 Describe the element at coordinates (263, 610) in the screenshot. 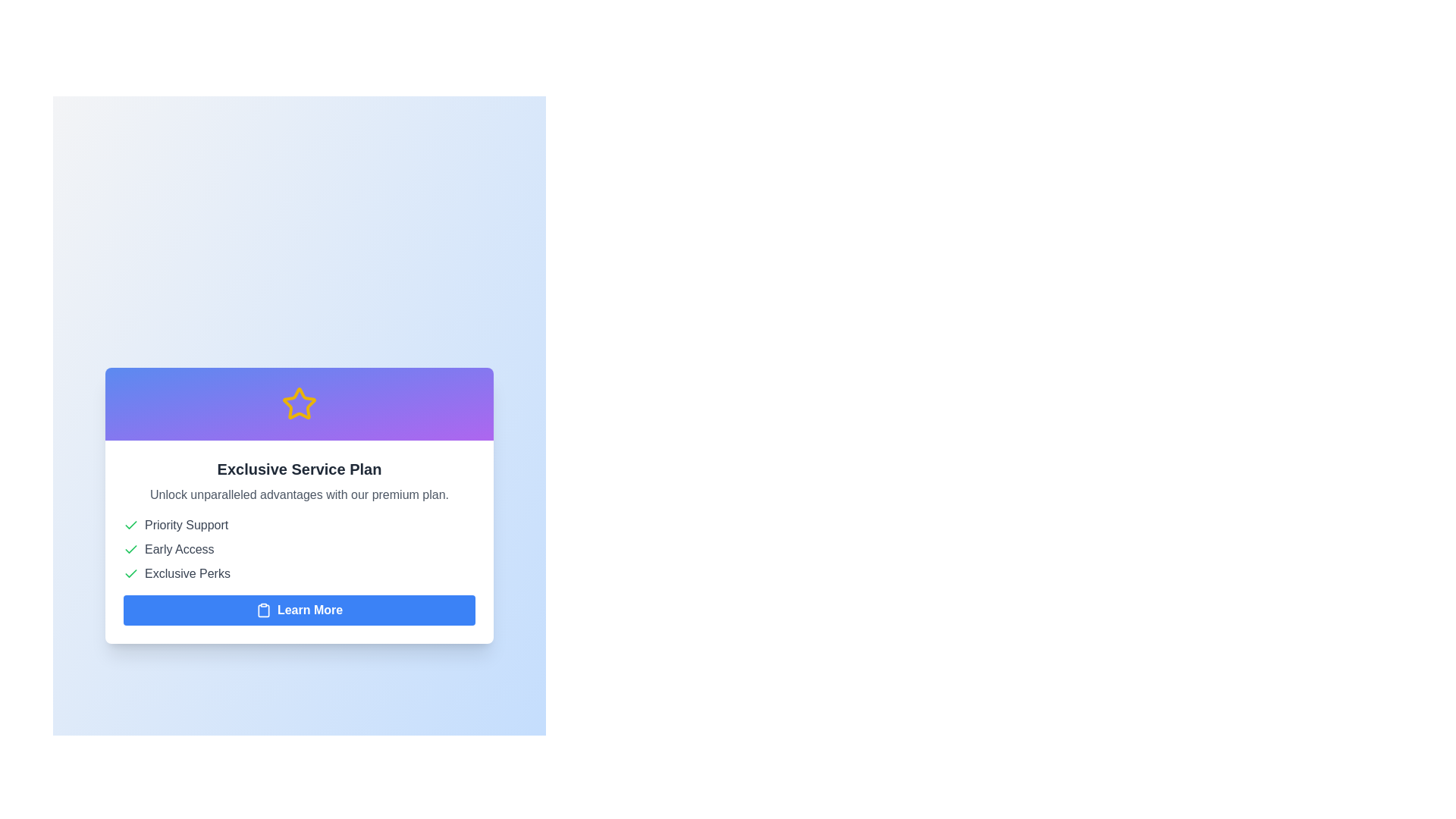

I see `the clipboard icon located within the 'Learn More' button at the bottom of the card-like structure` at that location.